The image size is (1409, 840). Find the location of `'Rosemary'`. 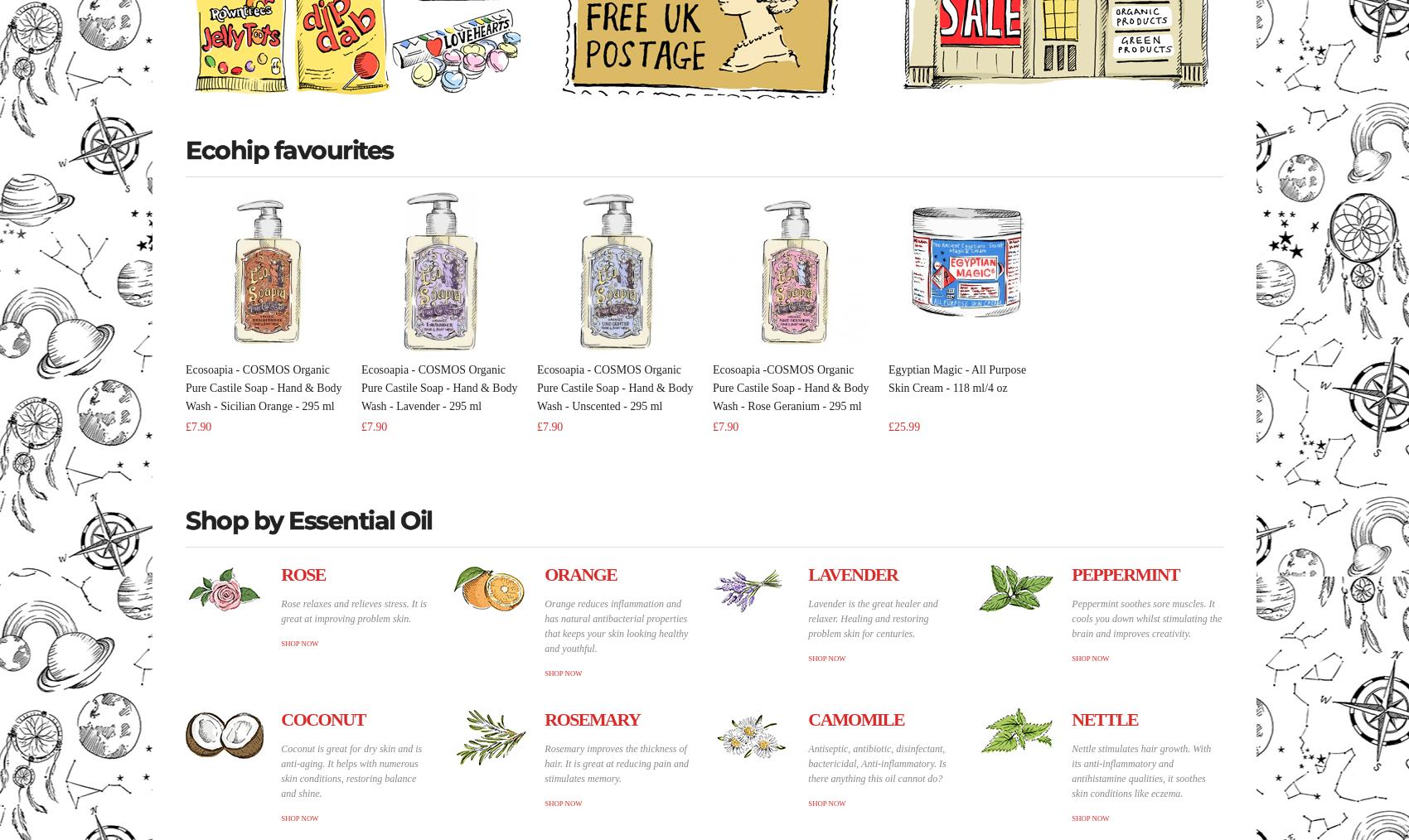

'Rosemary' is located at coordinates (592, 718).